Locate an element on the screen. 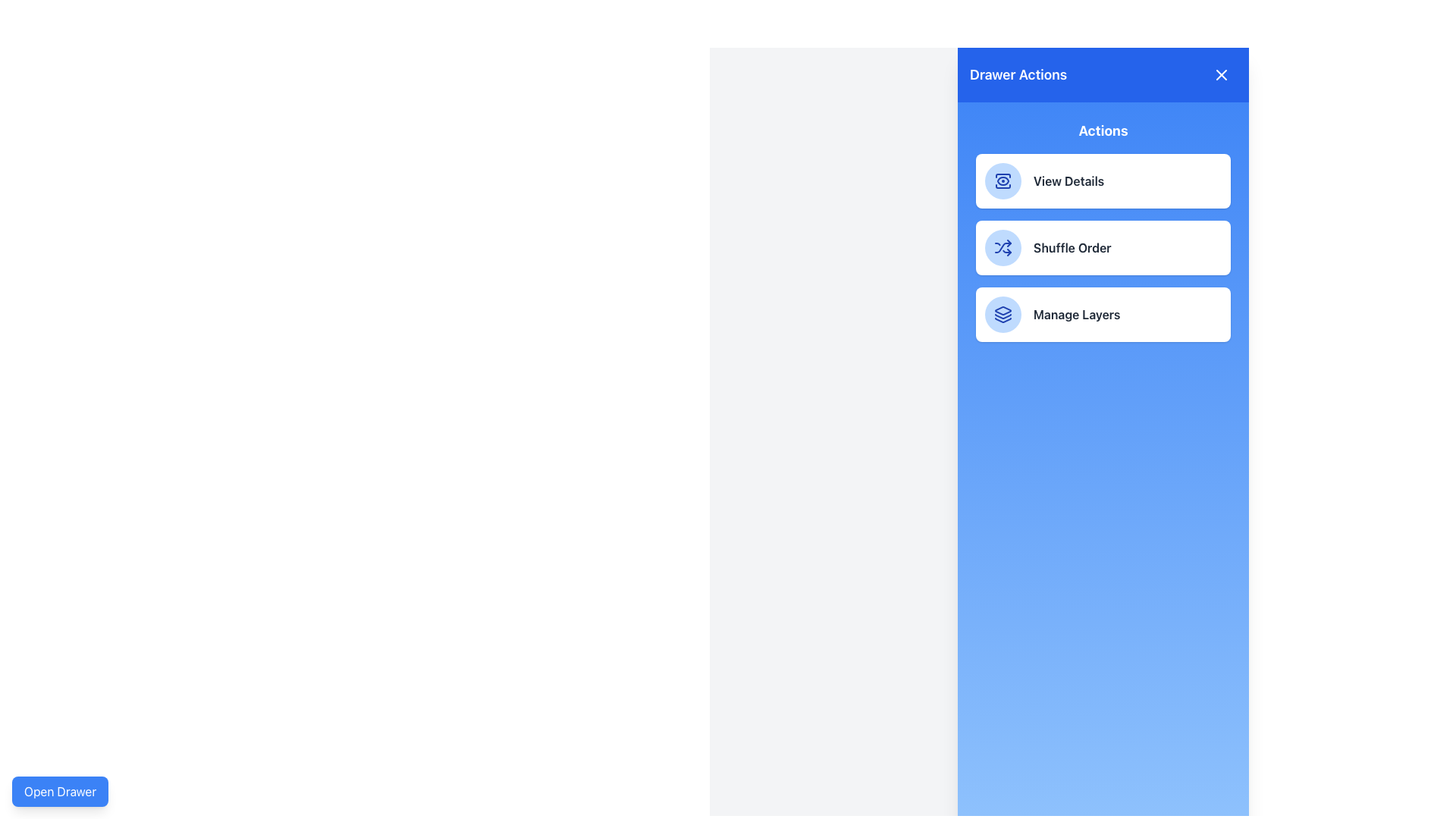 This screenshot has width=1456, height=819. the close button located at the top-right corner of the blue panel titled 'Drawer Actions' is located at coordinates (1222, 75).